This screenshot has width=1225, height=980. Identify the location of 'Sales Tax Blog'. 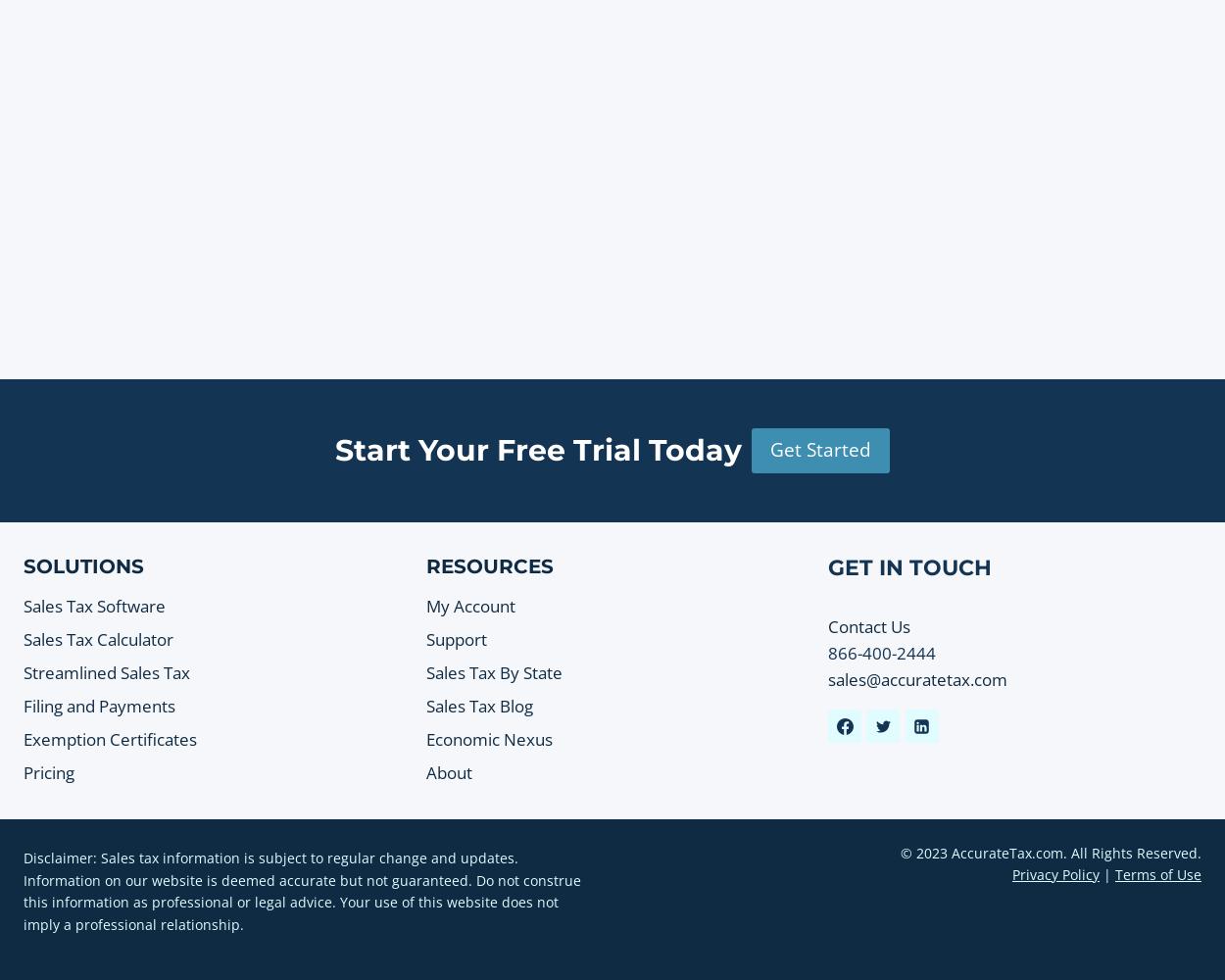
(477, 705).